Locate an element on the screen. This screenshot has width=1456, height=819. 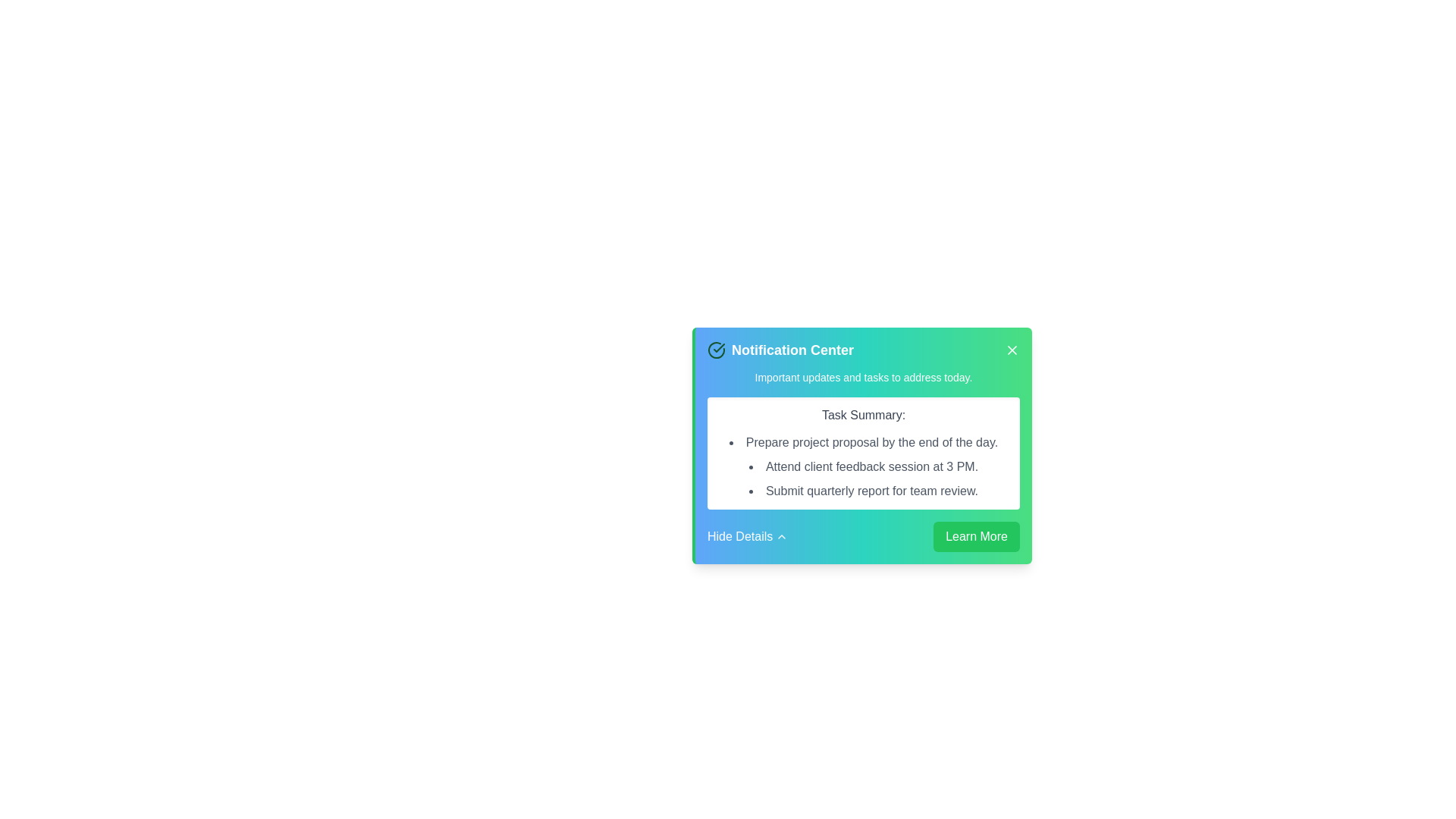
the third bullet point in the task list within the notification box, which states 'Attend client feedback session at 3 PM.' is located at coordinates (863, 491).